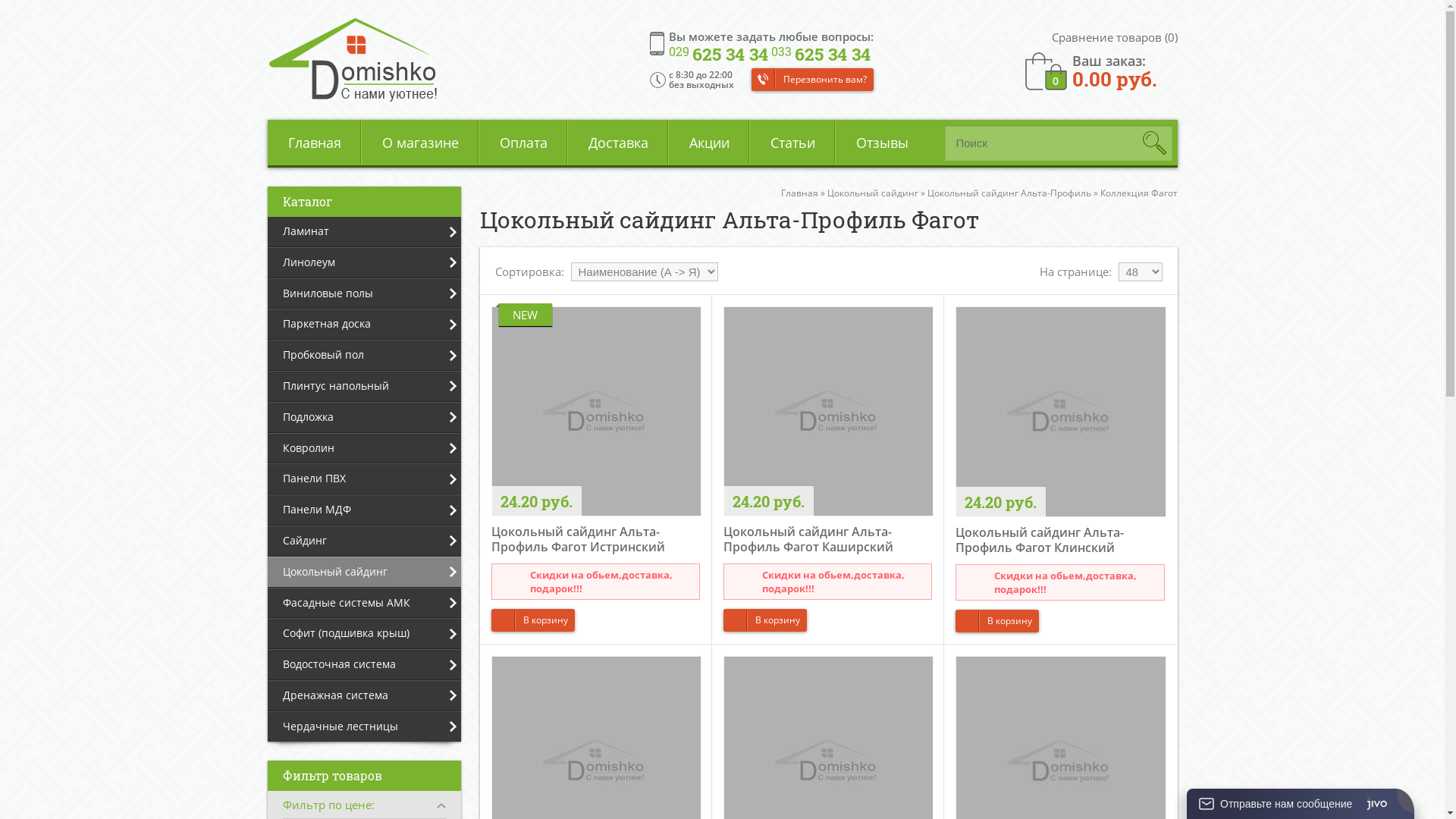 The height and width of the screenshot is (819, 1456). What do you see at coordinates (351, 58) in the screenshot?
I see `'Domishko.by'` at bounding box center [351, 58].